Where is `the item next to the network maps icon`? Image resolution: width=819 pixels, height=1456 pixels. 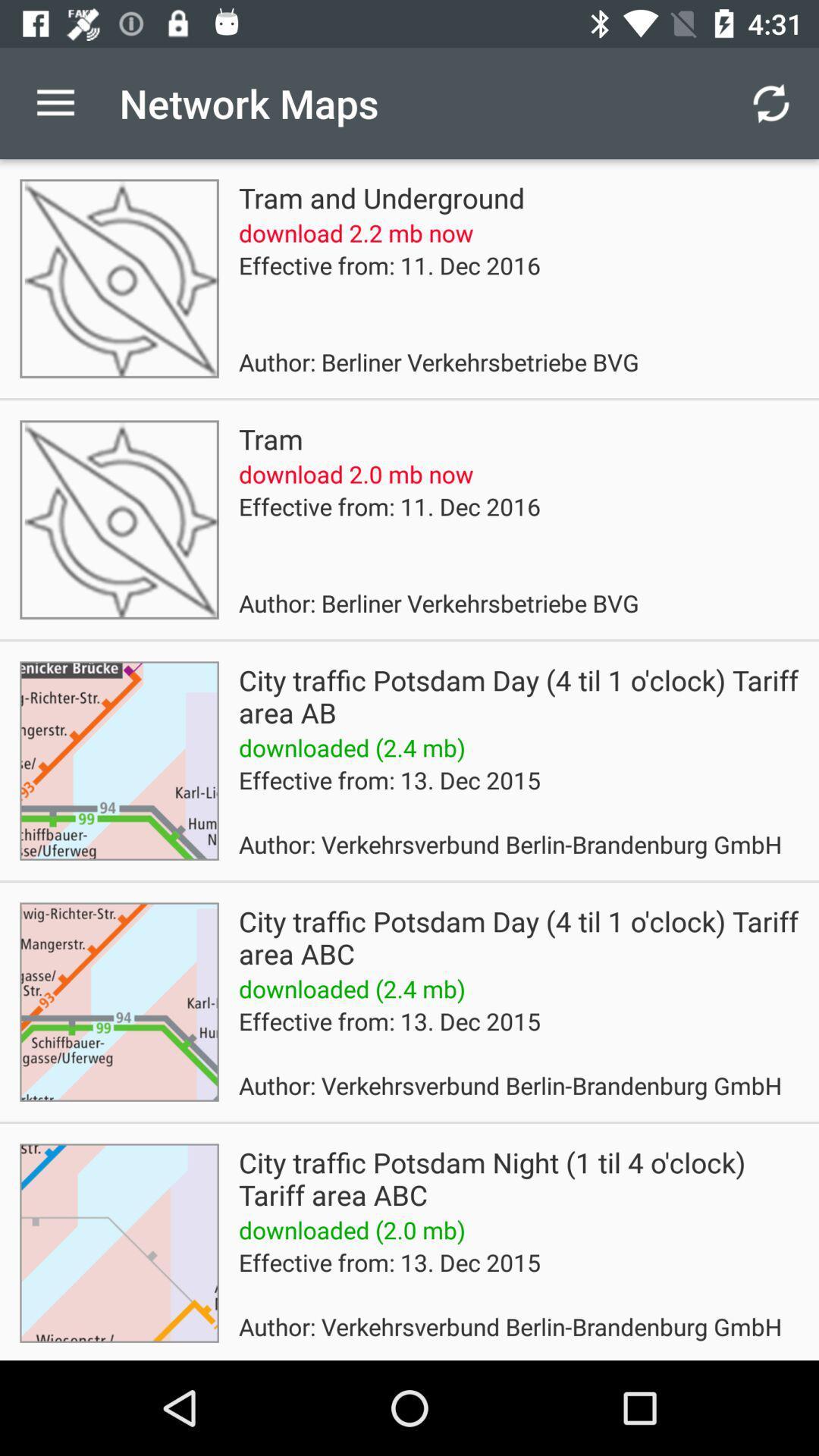 the item next to the network maps icon is located at coordinates (771, 102).